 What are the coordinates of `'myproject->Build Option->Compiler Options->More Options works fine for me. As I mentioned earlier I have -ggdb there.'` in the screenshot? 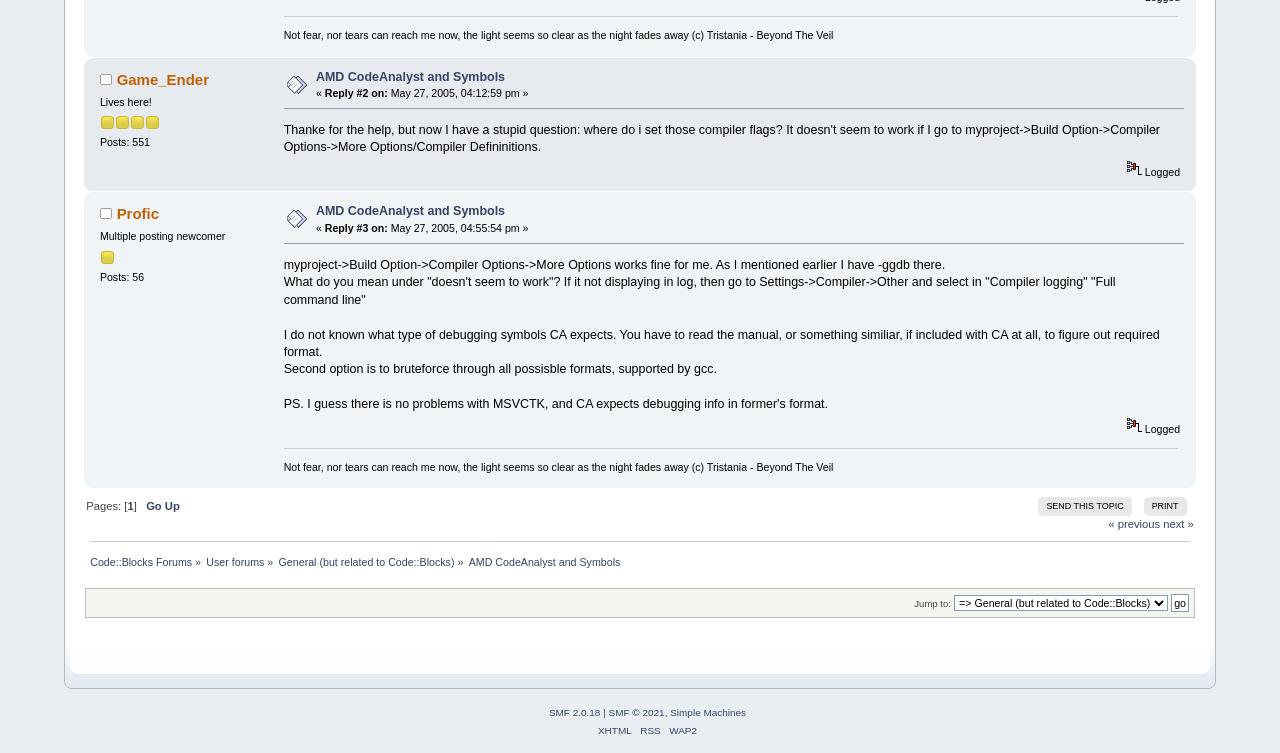 It's located at (613, 264).